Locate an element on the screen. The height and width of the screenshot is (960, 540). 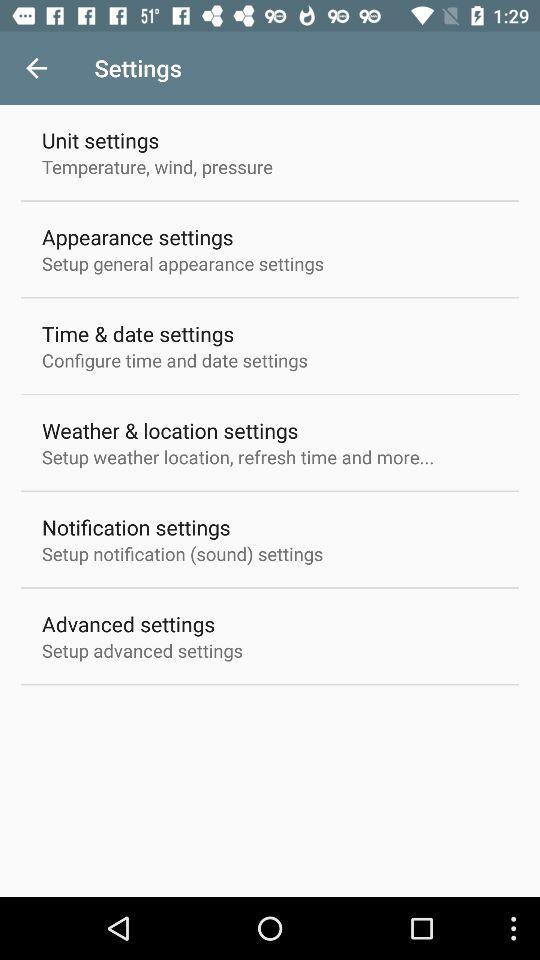
the item below the notification settings is located at coordinates (182, 553).